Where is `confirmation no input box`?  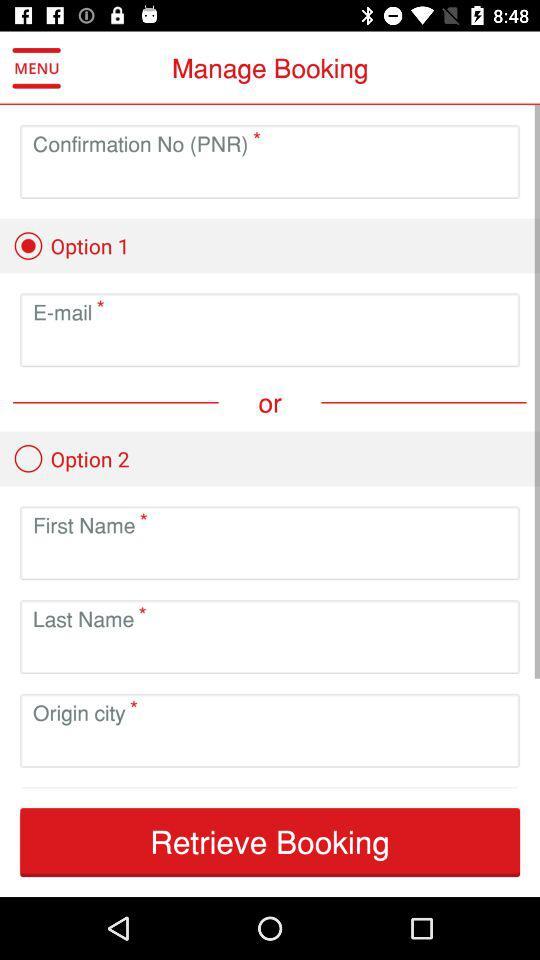 confirmation no input box is located at coordinates (270, 176).